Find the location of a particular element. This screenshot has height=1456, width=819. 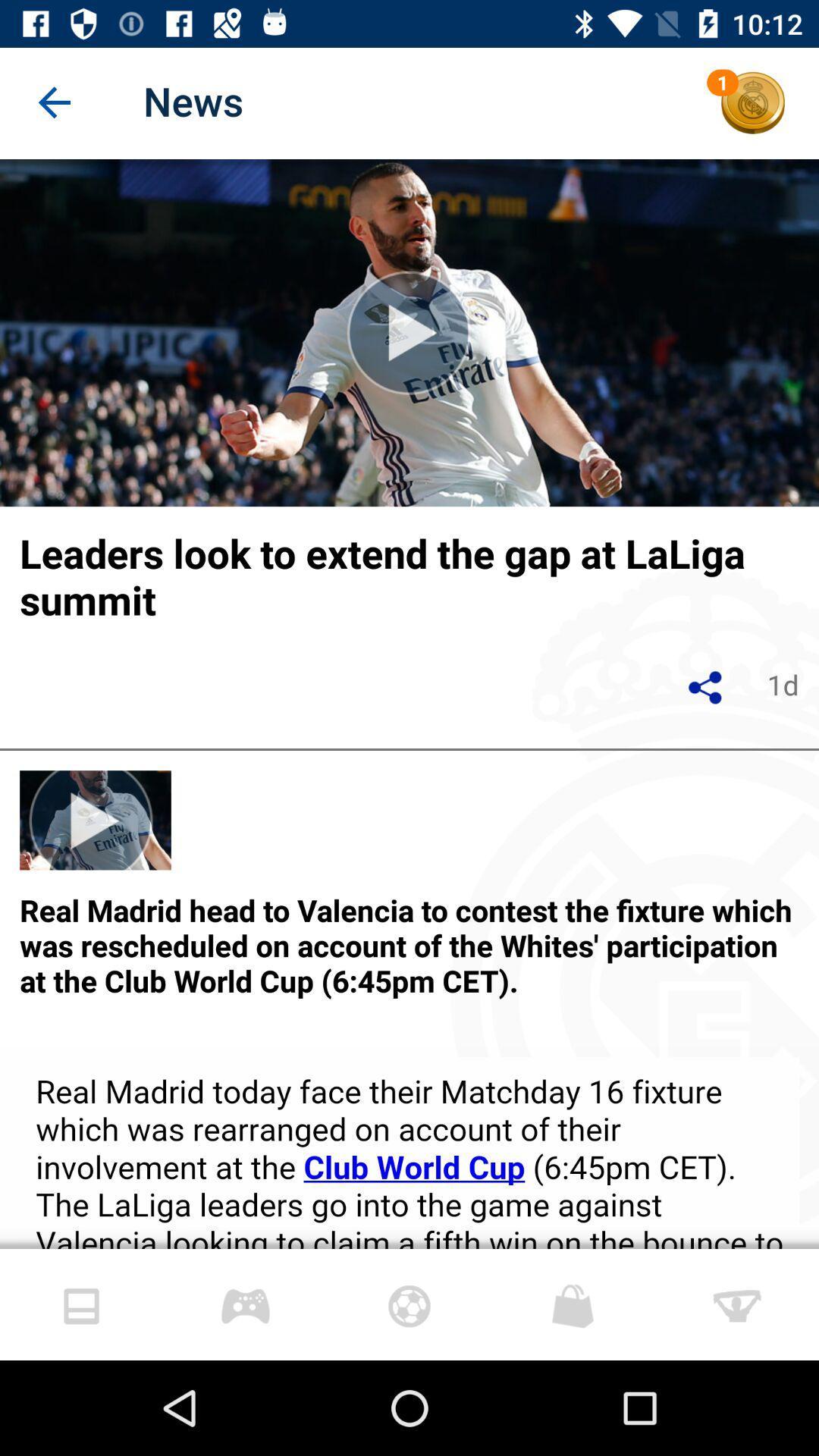

the play icon is located at coordinates (96, 819).